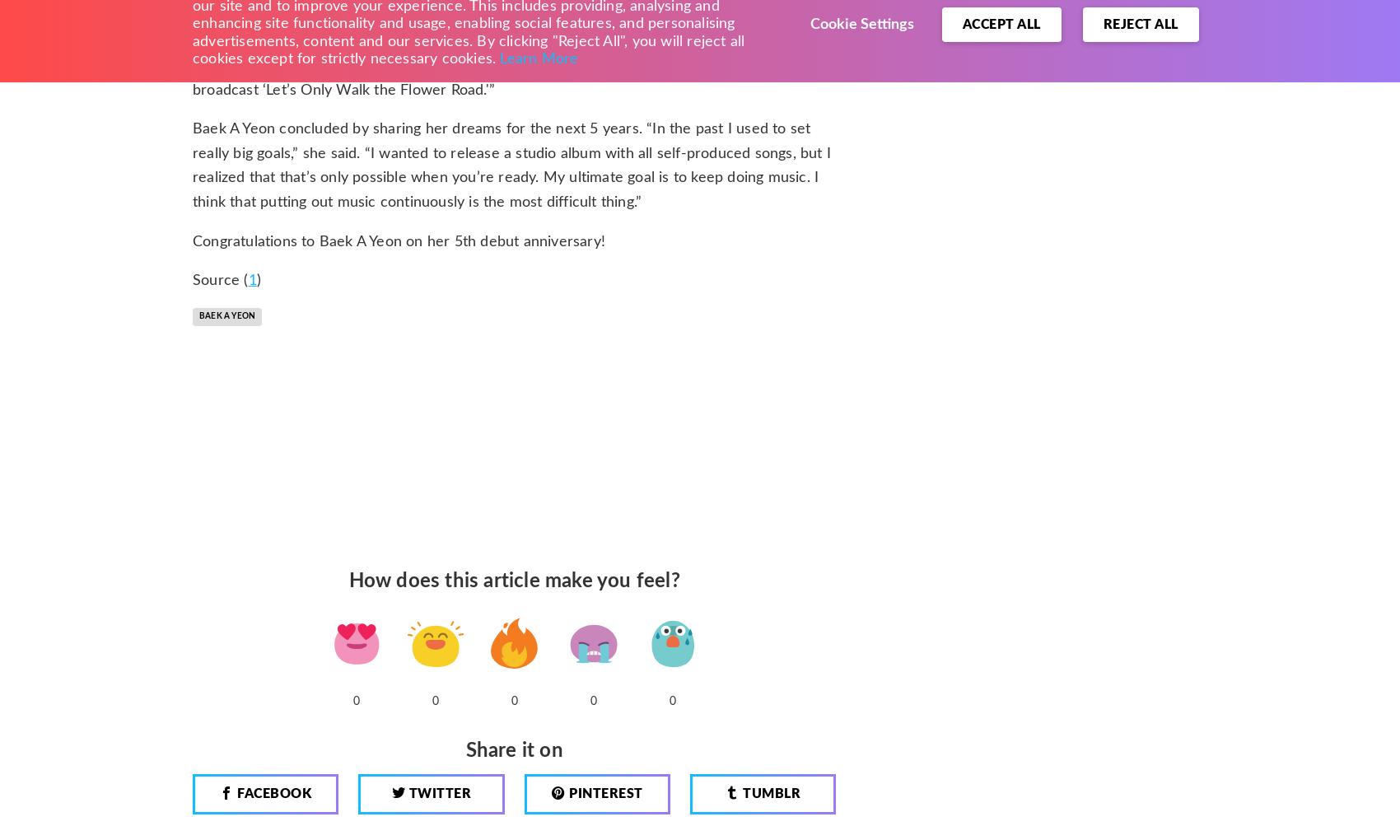  What do you see at coordinates (258, 280) in the screenshot?
I see `')'` at bounding box center [258, 280].